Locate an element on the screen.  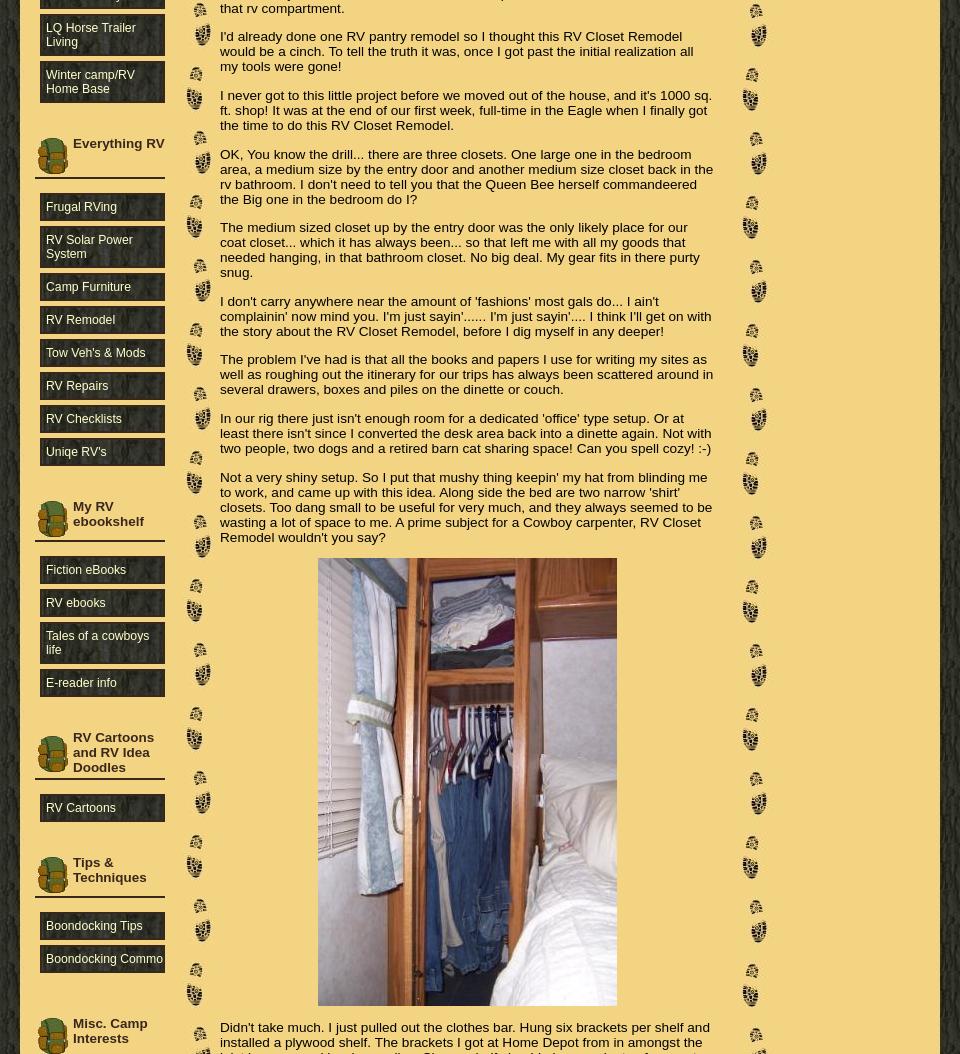
'RV Solar Power System' is located at coordinates (44, 246).